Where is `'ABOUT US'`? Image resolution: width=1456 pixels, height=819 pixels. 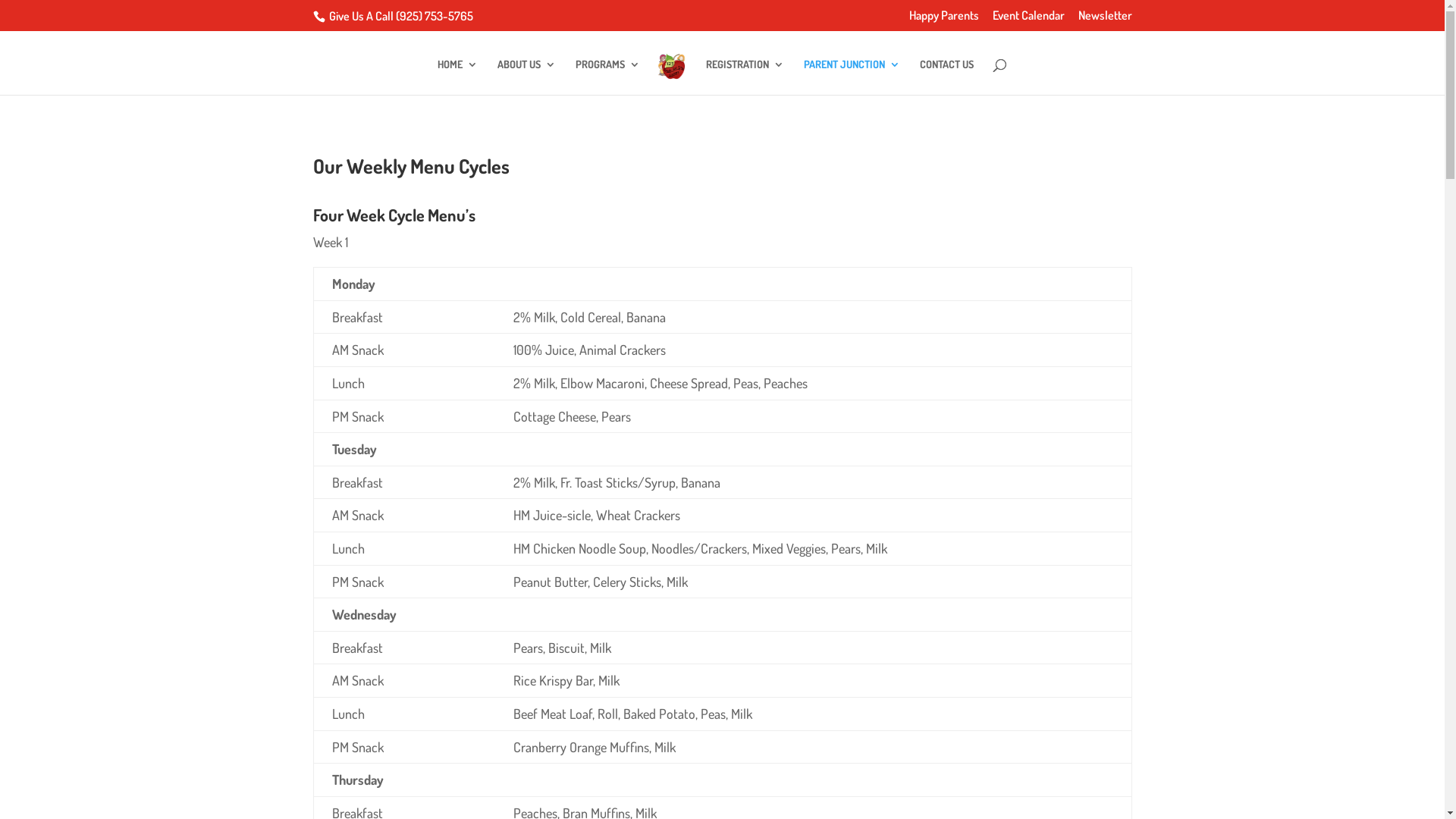 'ABOUT US' is located at coordinates (497, 77).